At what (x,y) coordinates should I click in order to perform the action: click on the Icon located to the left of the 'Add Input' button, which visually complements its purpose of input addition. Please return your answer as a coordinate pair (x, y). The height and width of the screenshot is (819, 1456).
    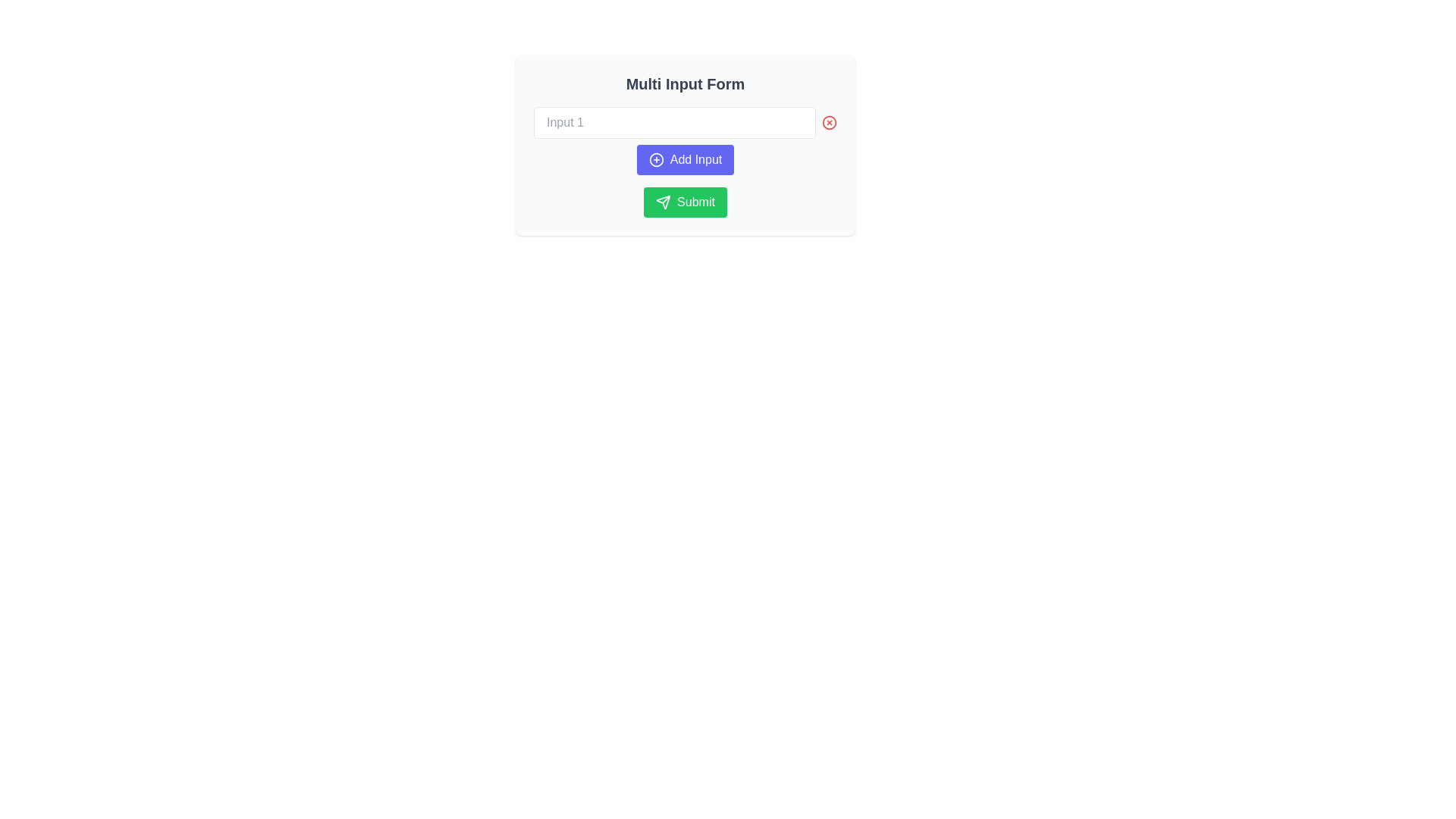
    Looking at the image, I should click on (656, 160).